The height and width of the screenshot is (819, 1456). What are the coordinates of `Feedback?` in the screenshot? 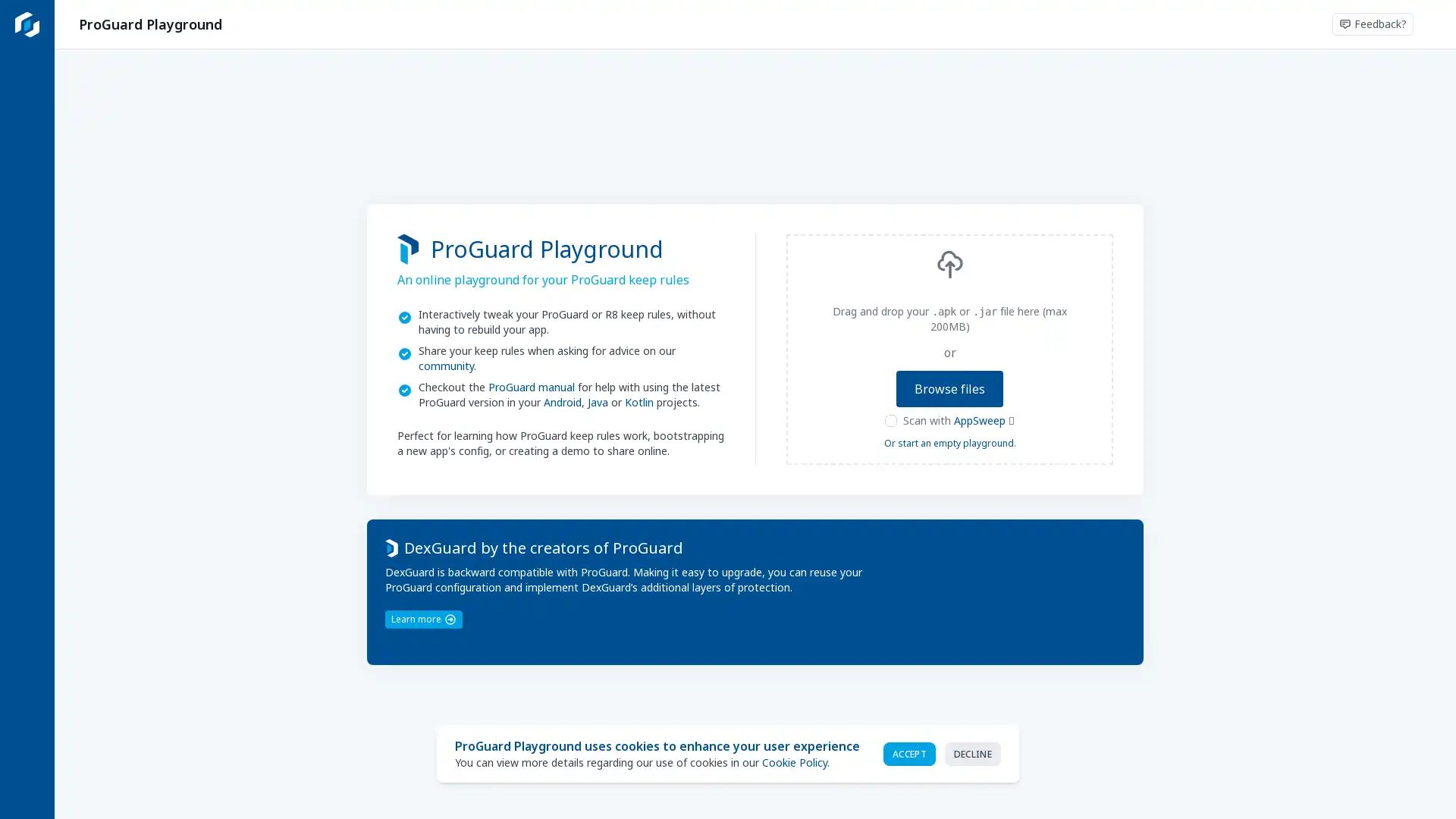 It's located at (1373, 24).